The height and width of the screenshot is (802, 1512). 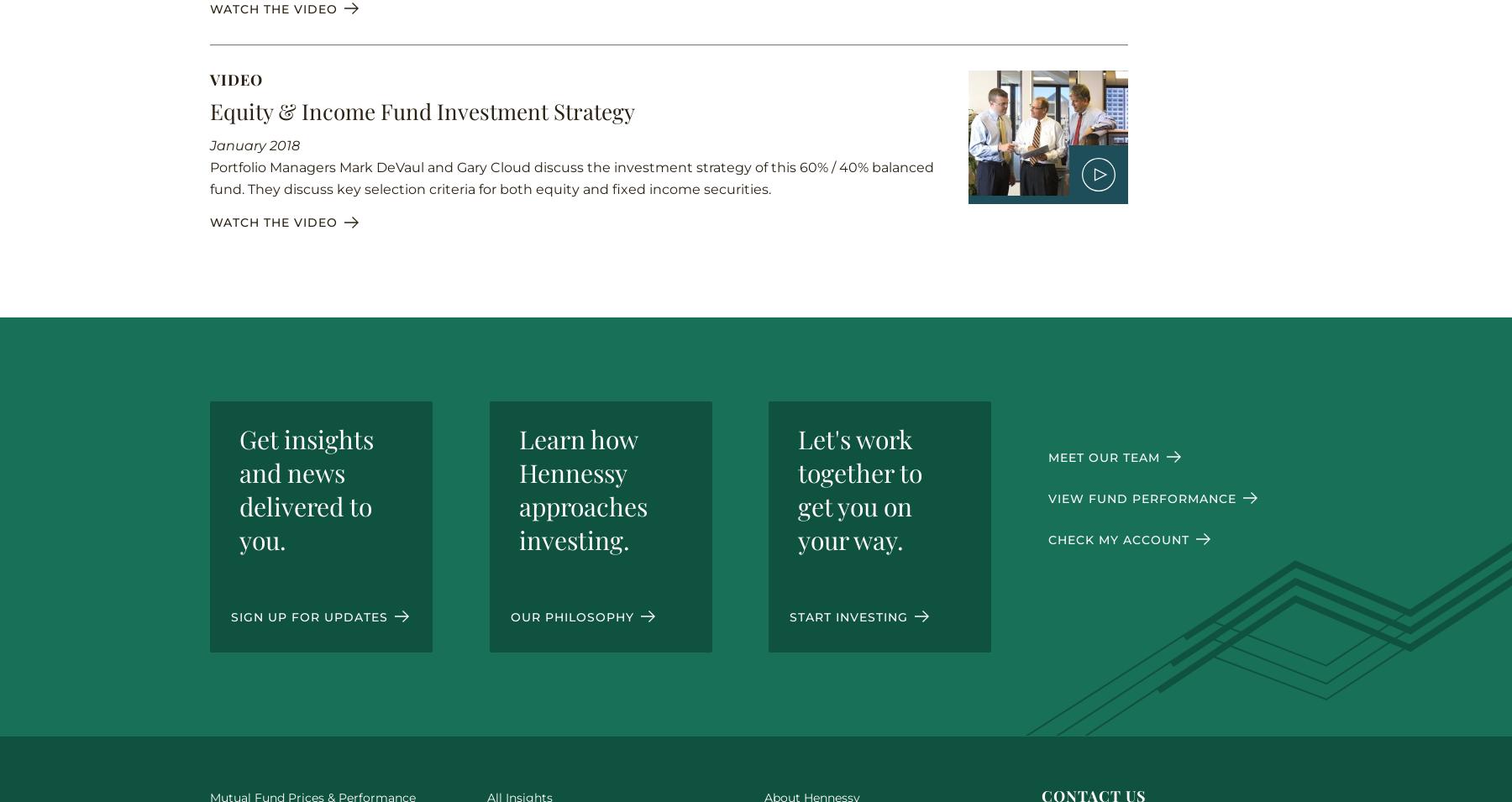 What do you see at coordinates (570, 177) in the screenshot?
I see `'Portfolio Managers Mark DeVaul and Gary Cloud discuss the investment strategy of this 60% / 40% balanced fund. They discuss key selection criteria for both equity and fixed income securities.'` at bounding box center [570, 177].